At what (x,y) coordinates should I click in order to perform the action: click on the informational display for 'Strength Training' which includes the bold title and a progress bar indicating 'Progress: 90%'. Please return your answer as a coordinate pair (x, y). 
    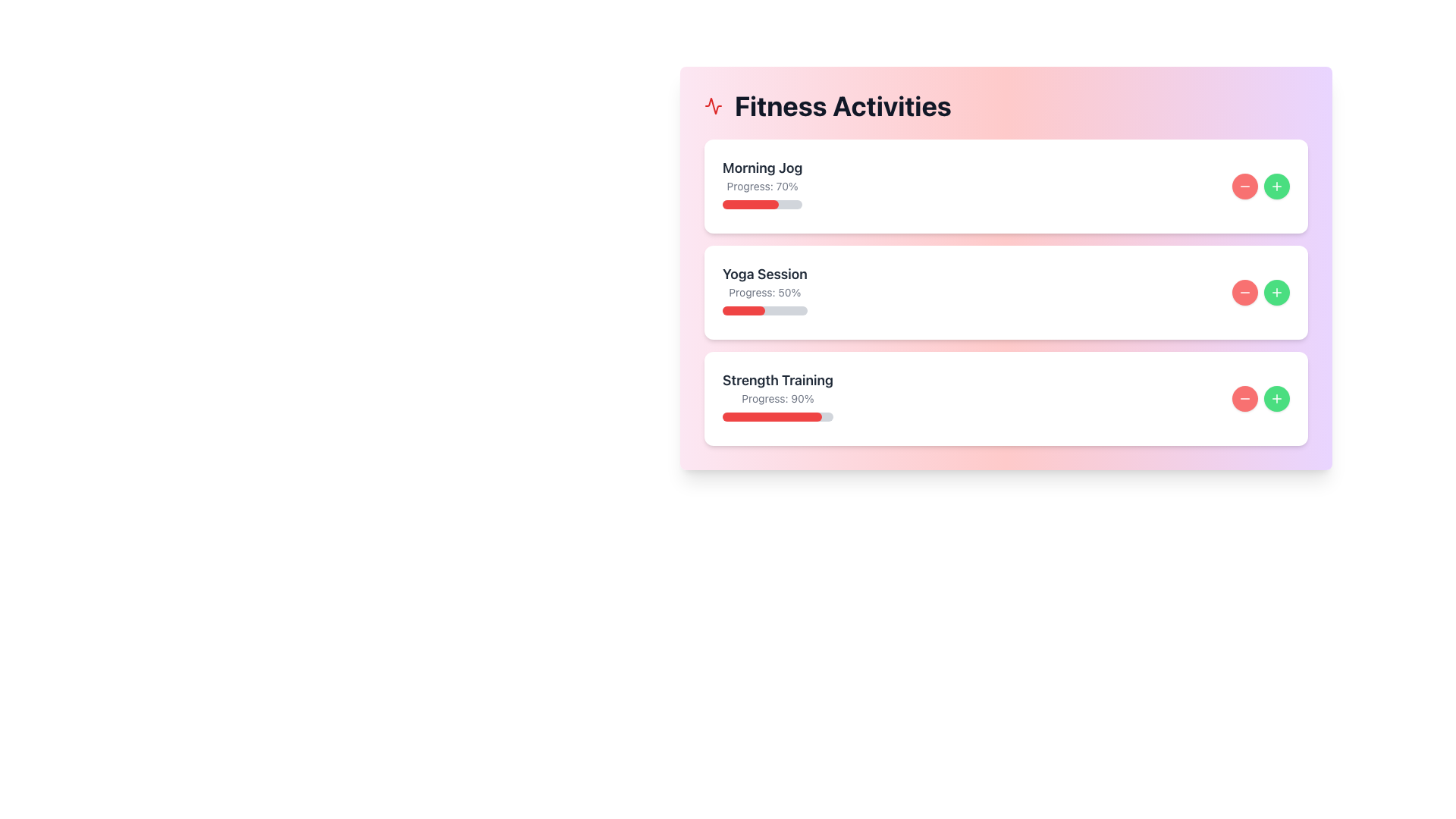
    Looking at the image, I should click on (777, 397).